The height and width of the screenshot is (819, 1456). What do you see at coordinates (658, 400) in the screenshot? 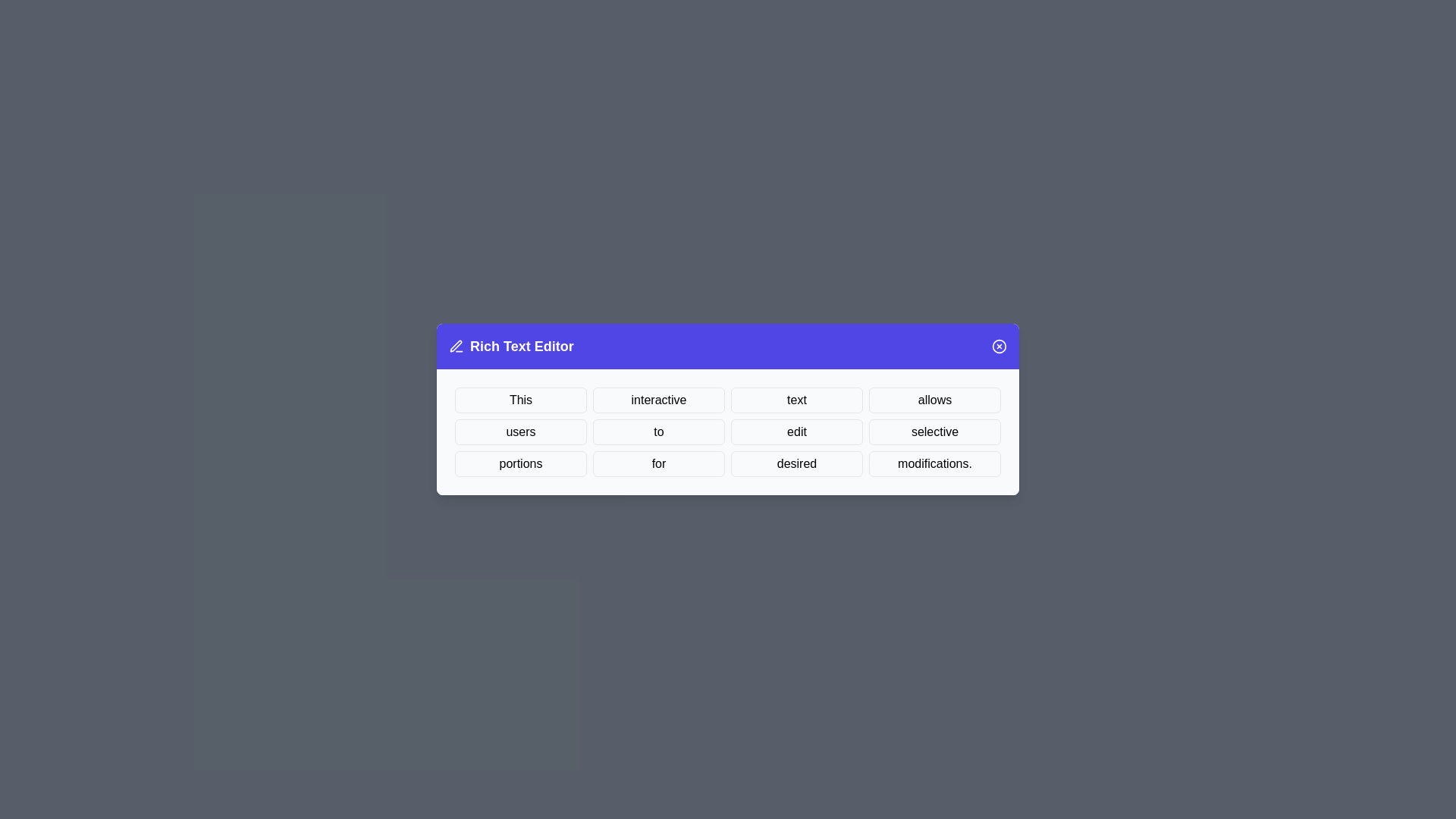
I see `the word interactive to select it` at bounding box center [658, 400].